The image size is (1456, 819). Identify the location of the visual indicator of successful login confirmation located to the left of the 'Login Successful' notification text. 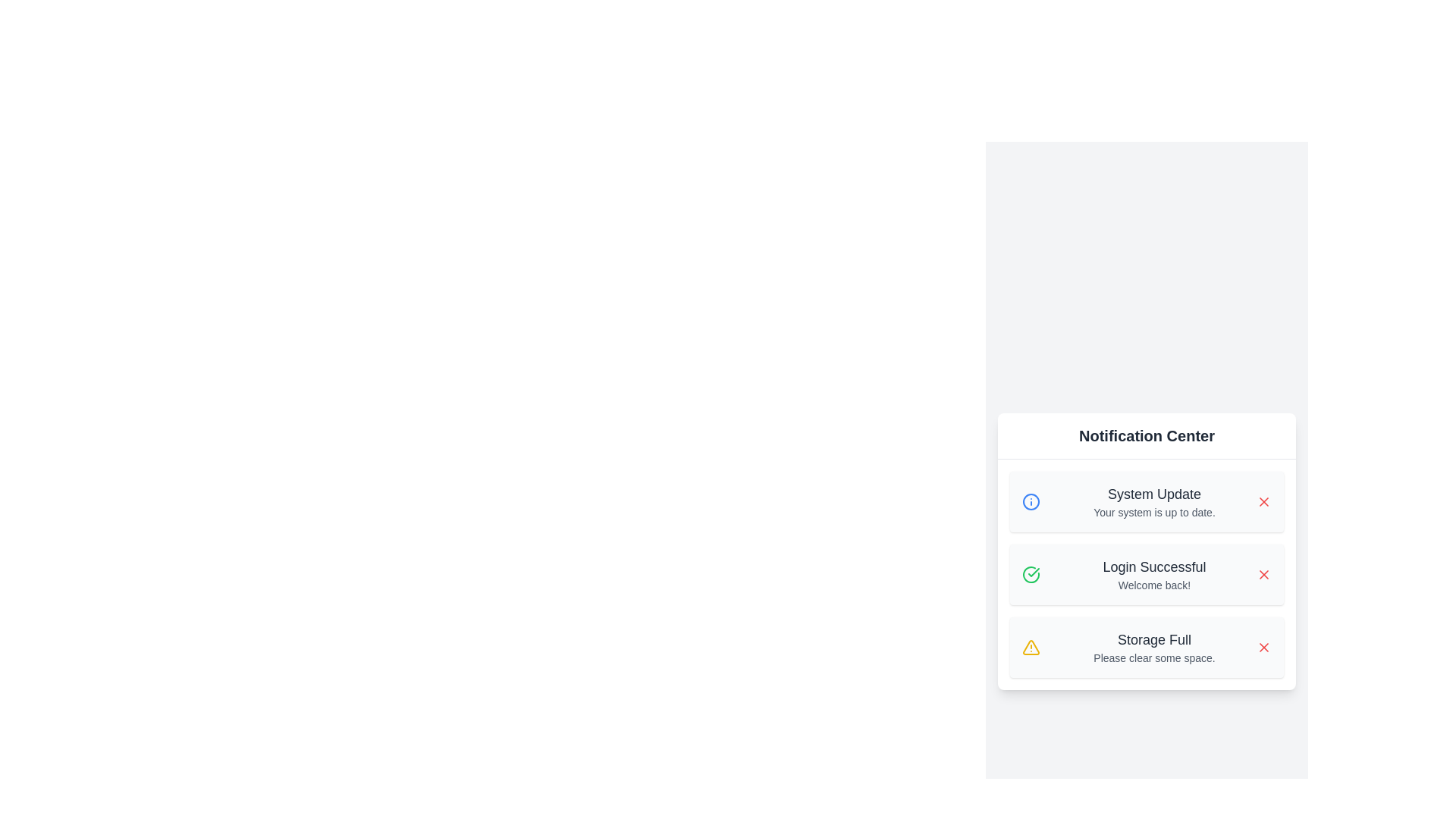
(1037, 573).